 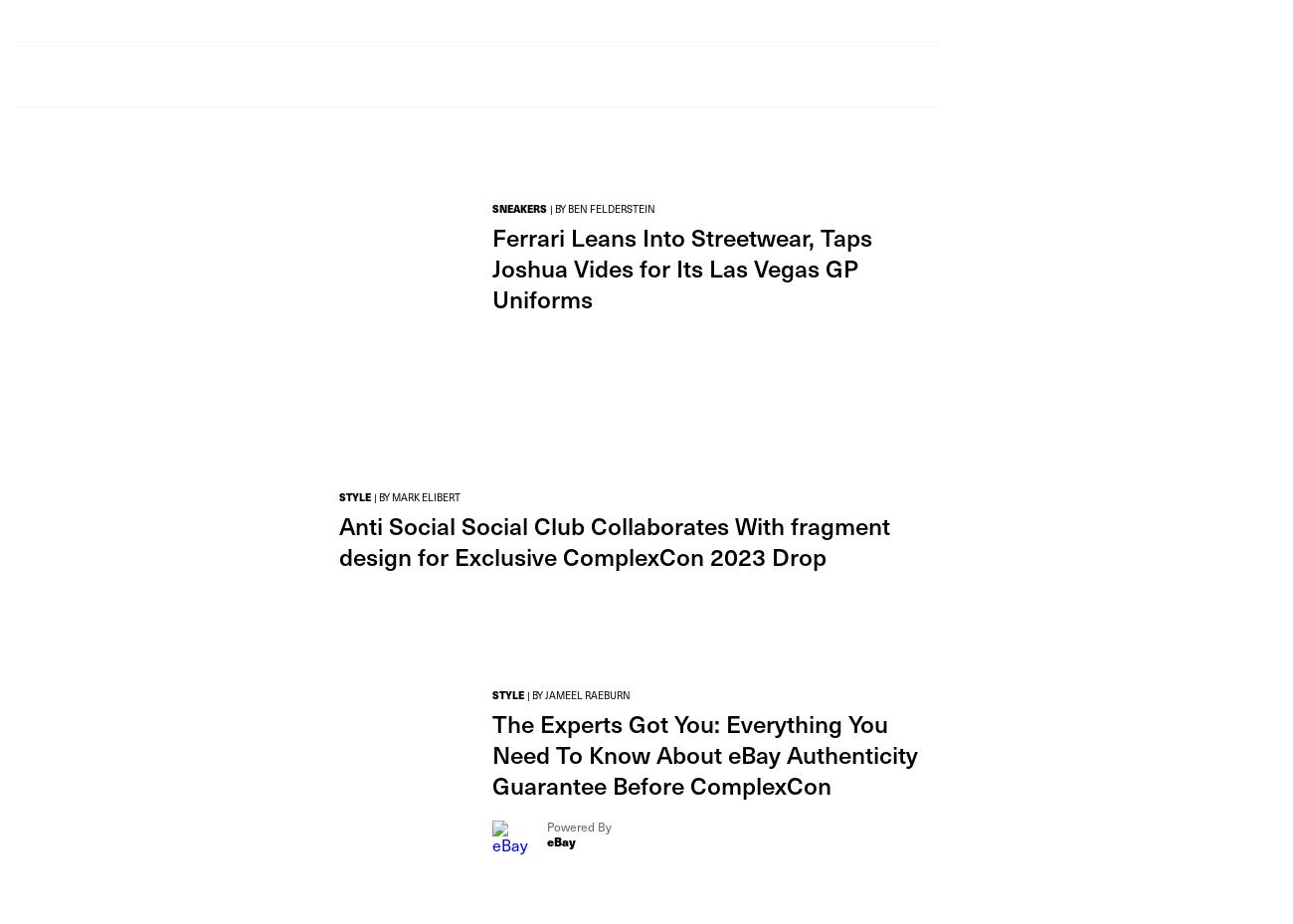 What do you see at coordinates (681, 267) in the screenshot?
I see `'Ferrari Leans Into Streetwear, Taps Joshua Vides for Its Las Vegas GP Uniforms'` at bounding box center [681, 267].